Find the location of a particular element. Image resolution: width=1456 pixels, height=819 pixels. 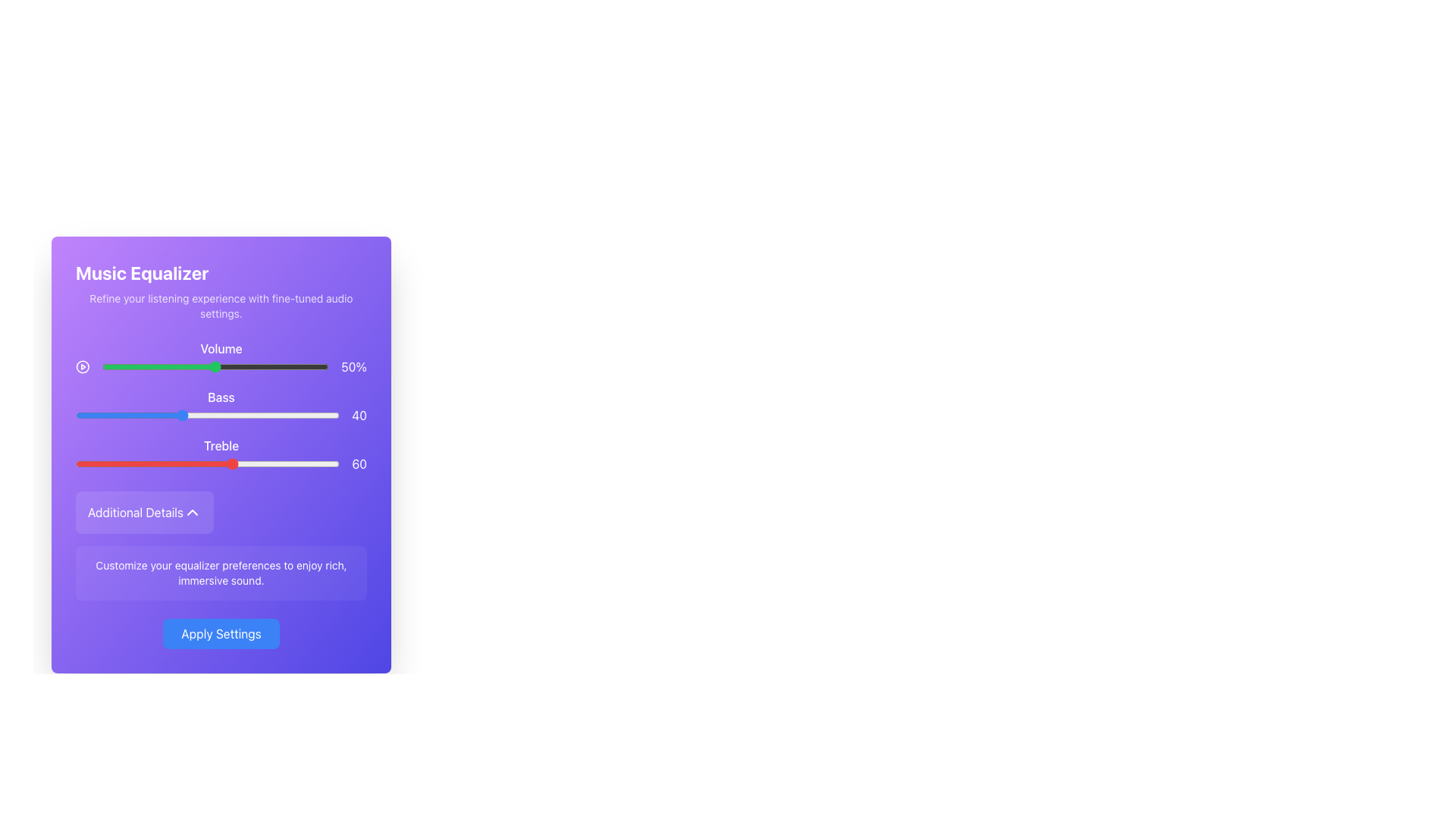

the bass level is located at coordinates (152, 415).